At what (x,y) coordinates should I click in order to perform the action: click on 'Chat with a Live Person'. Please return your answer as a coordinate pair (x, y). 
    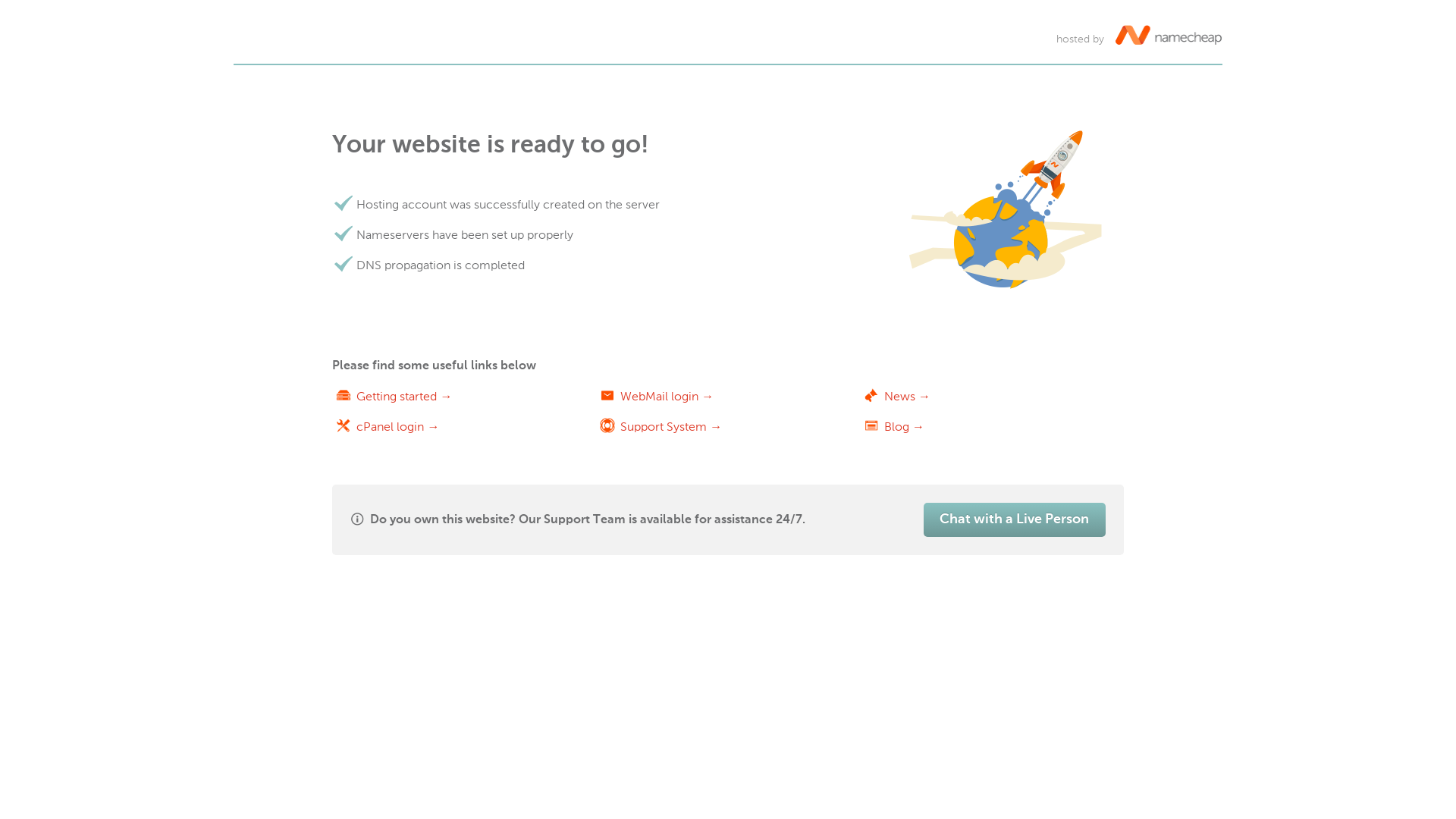
    Looking at the image, I should click on (923, 519).